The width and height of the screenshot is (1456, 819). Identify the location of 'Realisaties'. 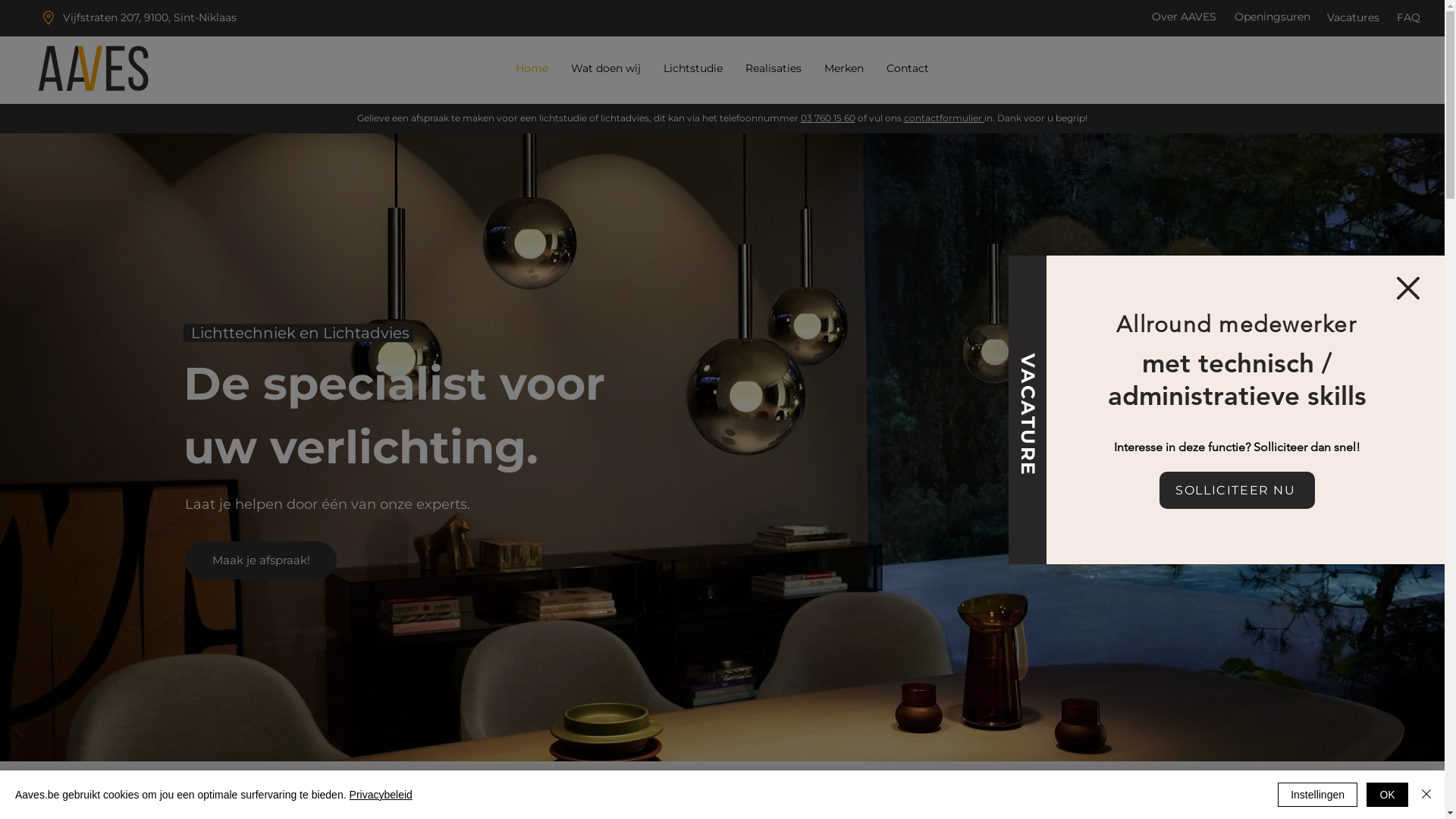
(773, 68).